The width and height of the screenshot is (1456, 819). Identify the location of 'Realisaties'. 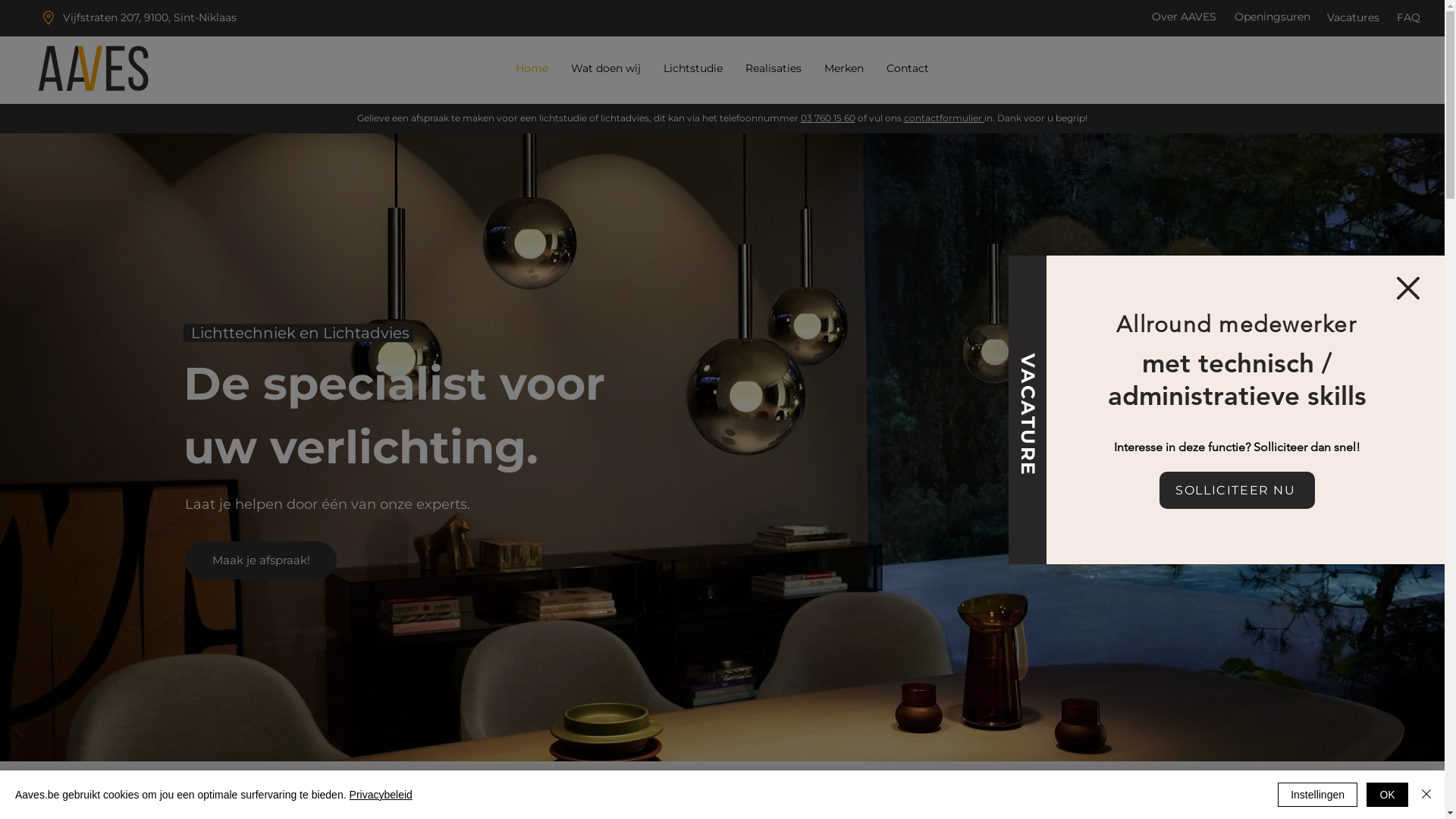
(773, 68).